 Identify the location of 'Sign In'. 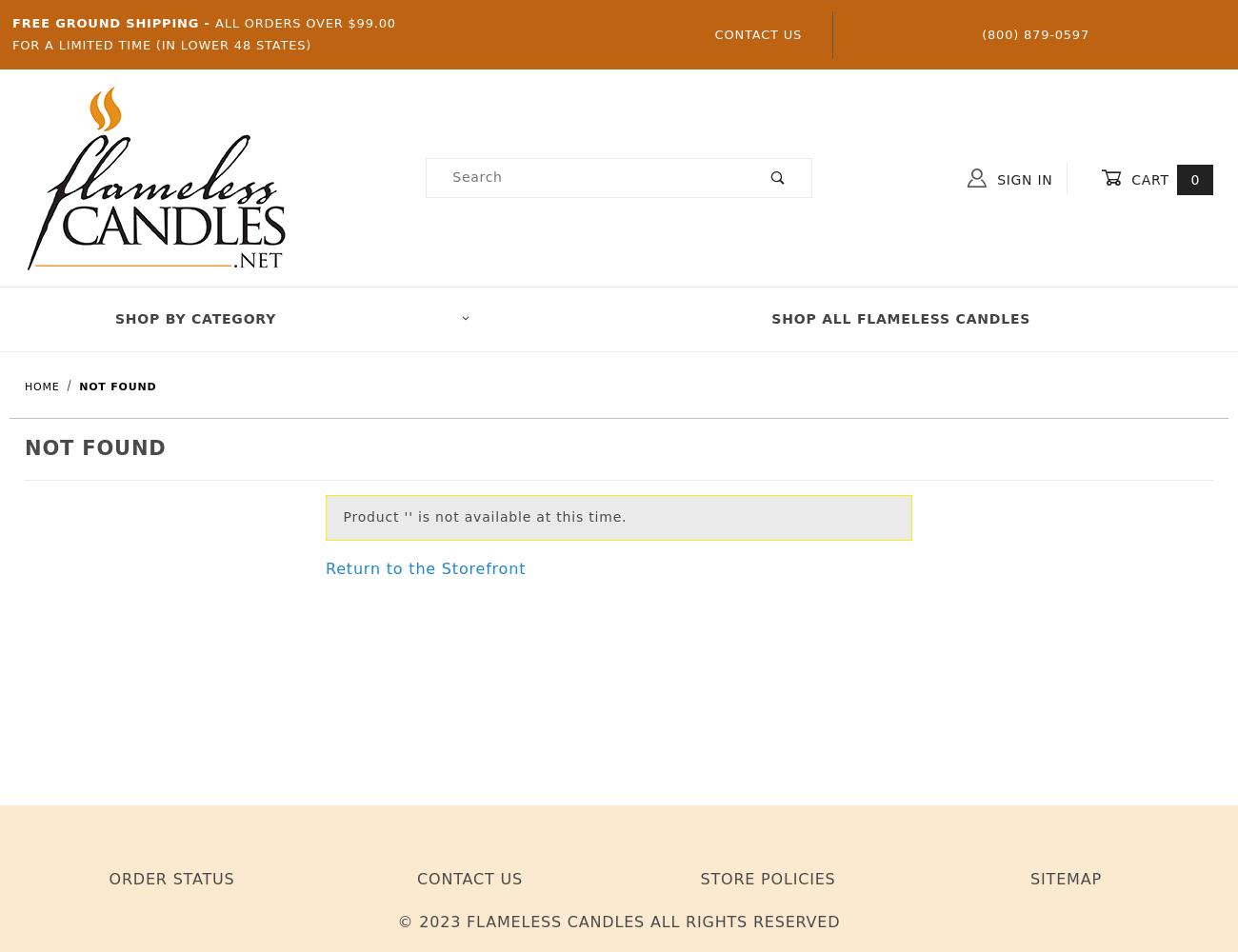
(1022, 179).